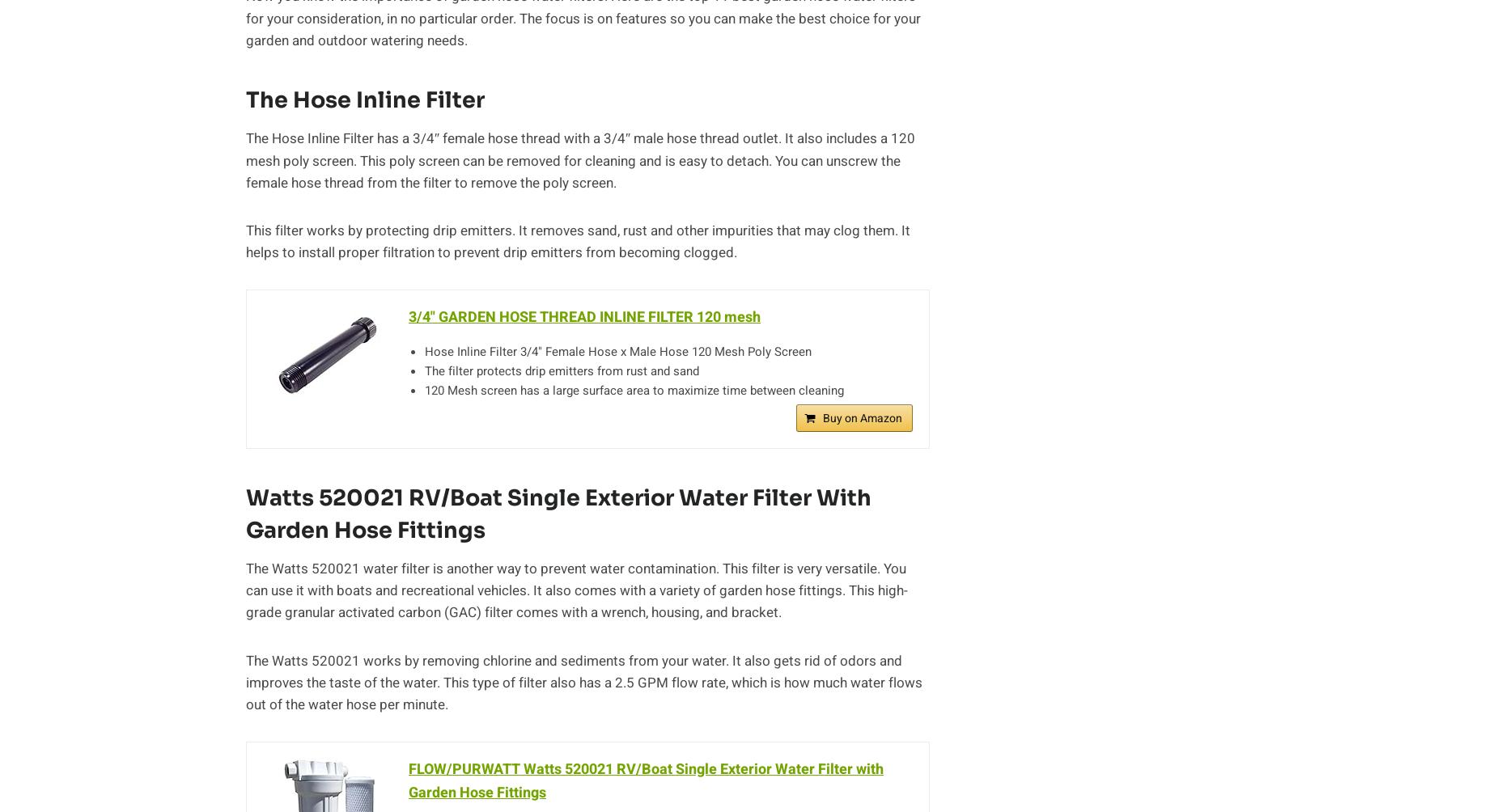 This screenshot has width=1497, height=812. I want to click on '3/4" GARDEN HOSE THREAD INLINE FILTER 120 mesh', so click(409, 316).